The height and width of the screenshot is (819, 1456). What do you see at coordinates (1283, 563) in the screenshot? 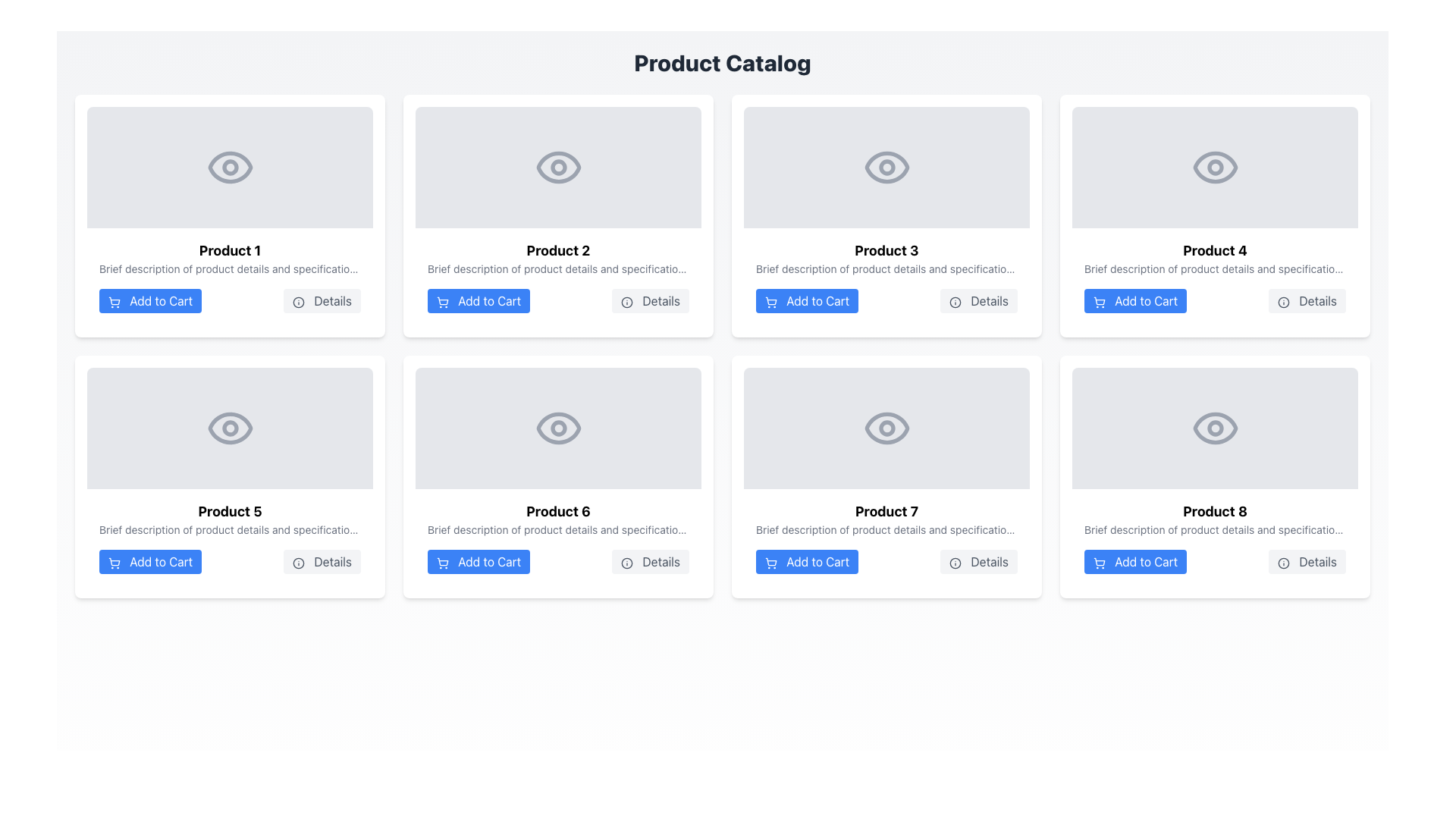
I see `the 'Details' button located below the eighth product card in the product catalog grid` at bounding box center [1283, 563].